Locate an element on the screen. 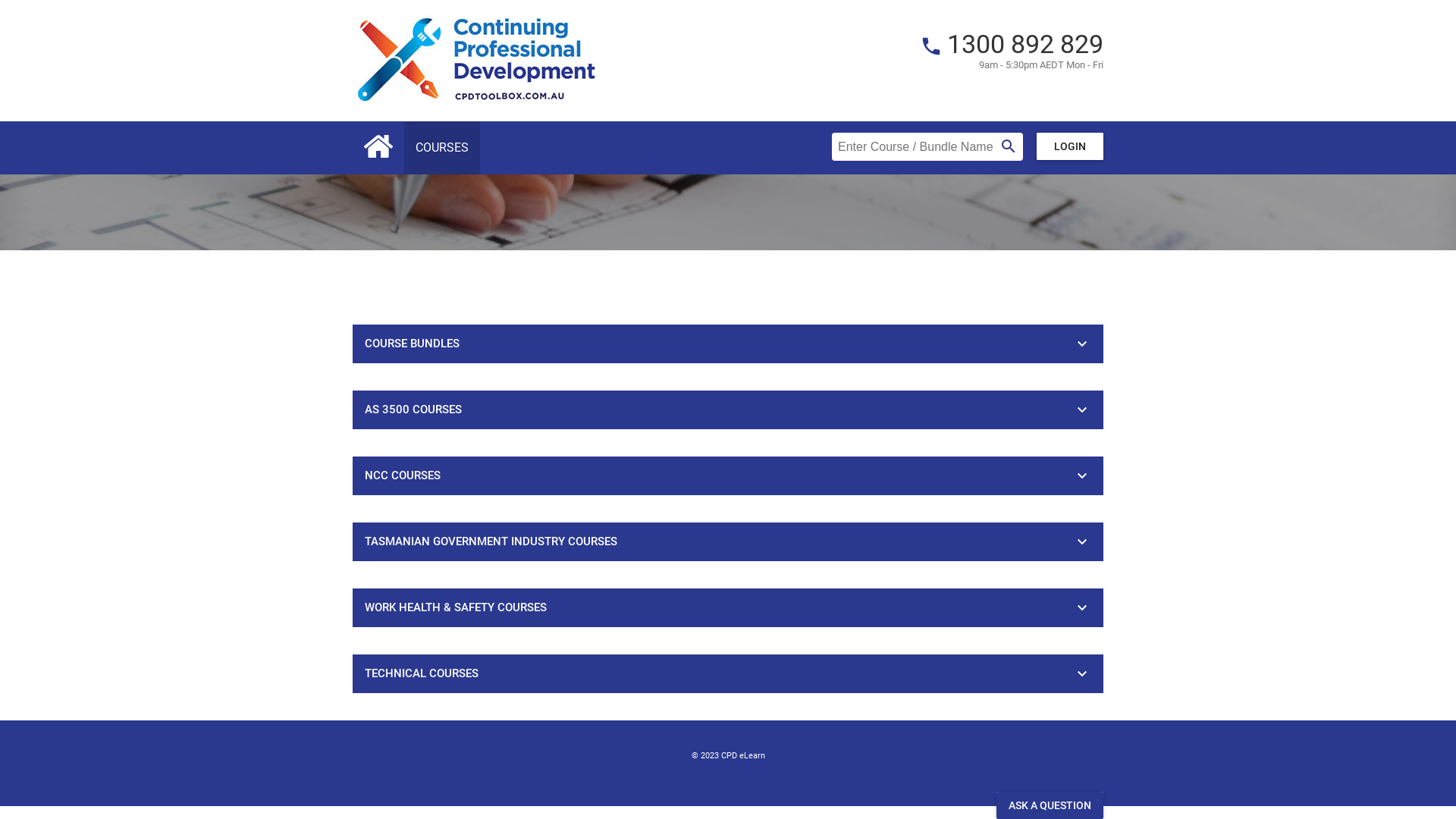  'LOGIN' is located at coordinates (1069, 146).